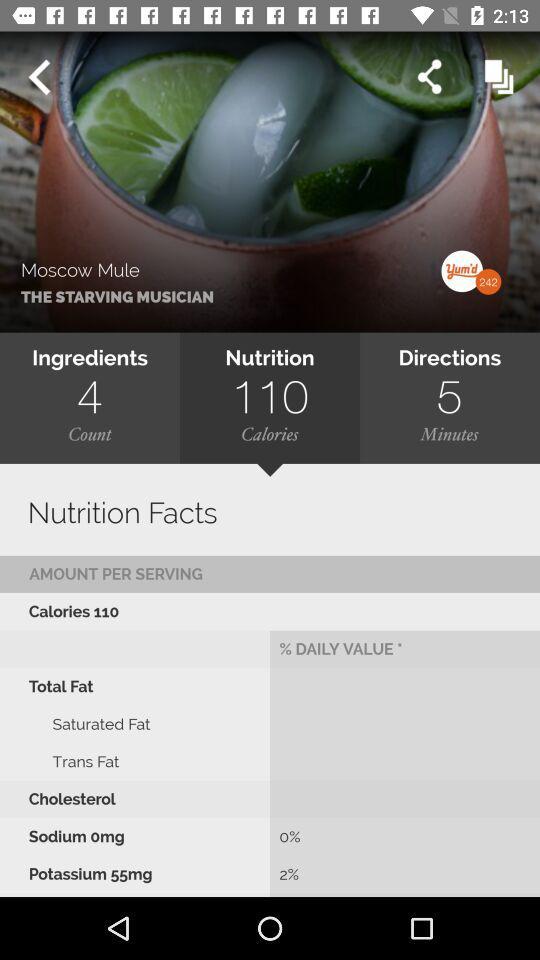  I want to click on the layers icon, so click(498, 77).